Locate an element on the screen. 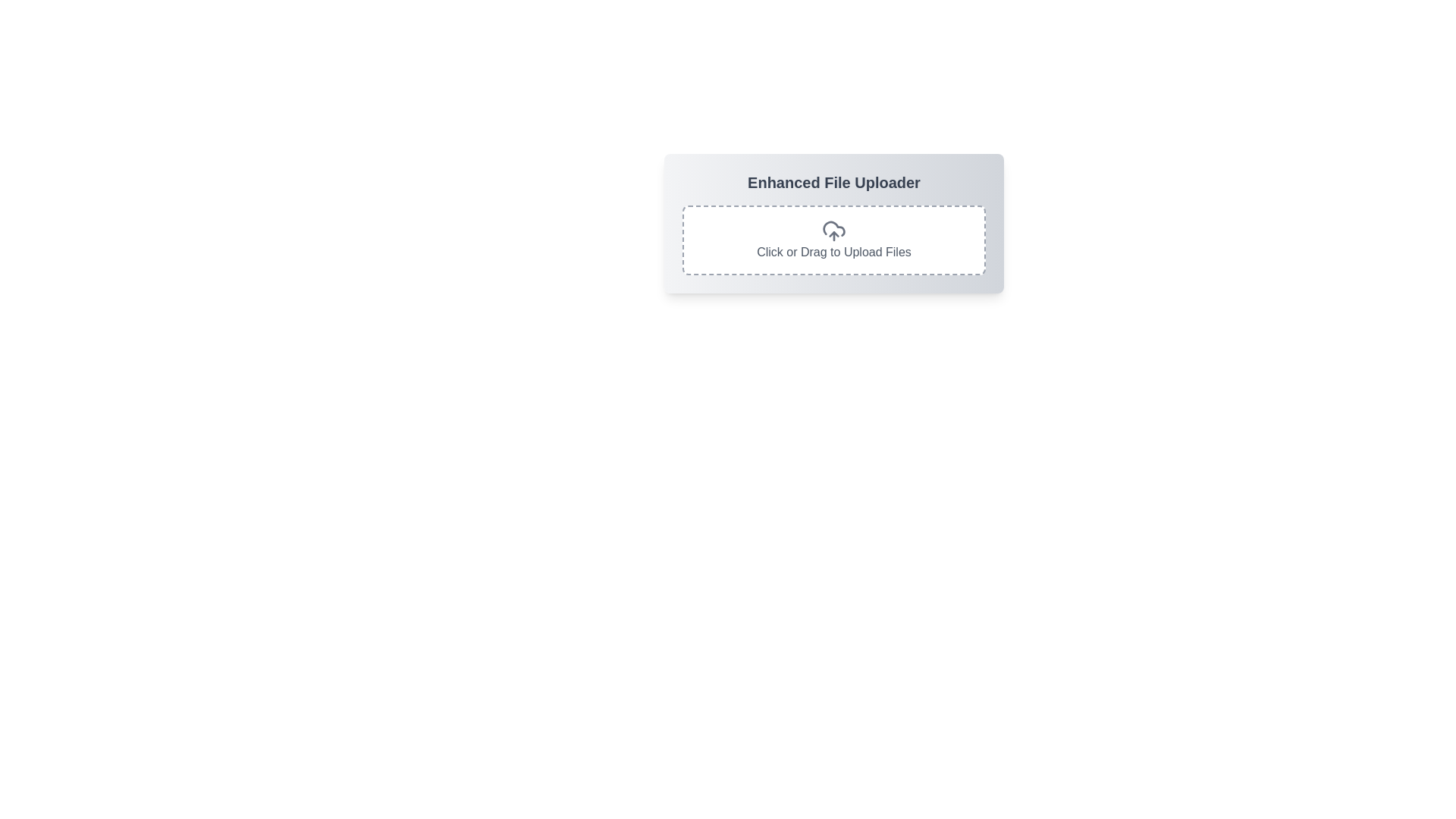 This screenshot has height=819, width=1456. the bold, large-sized text element displaying 'Enhanced File Uploader', which is positioned at the top of a rounded, shadowed rectangle with a gradient background is located at coordinates (833, 181).